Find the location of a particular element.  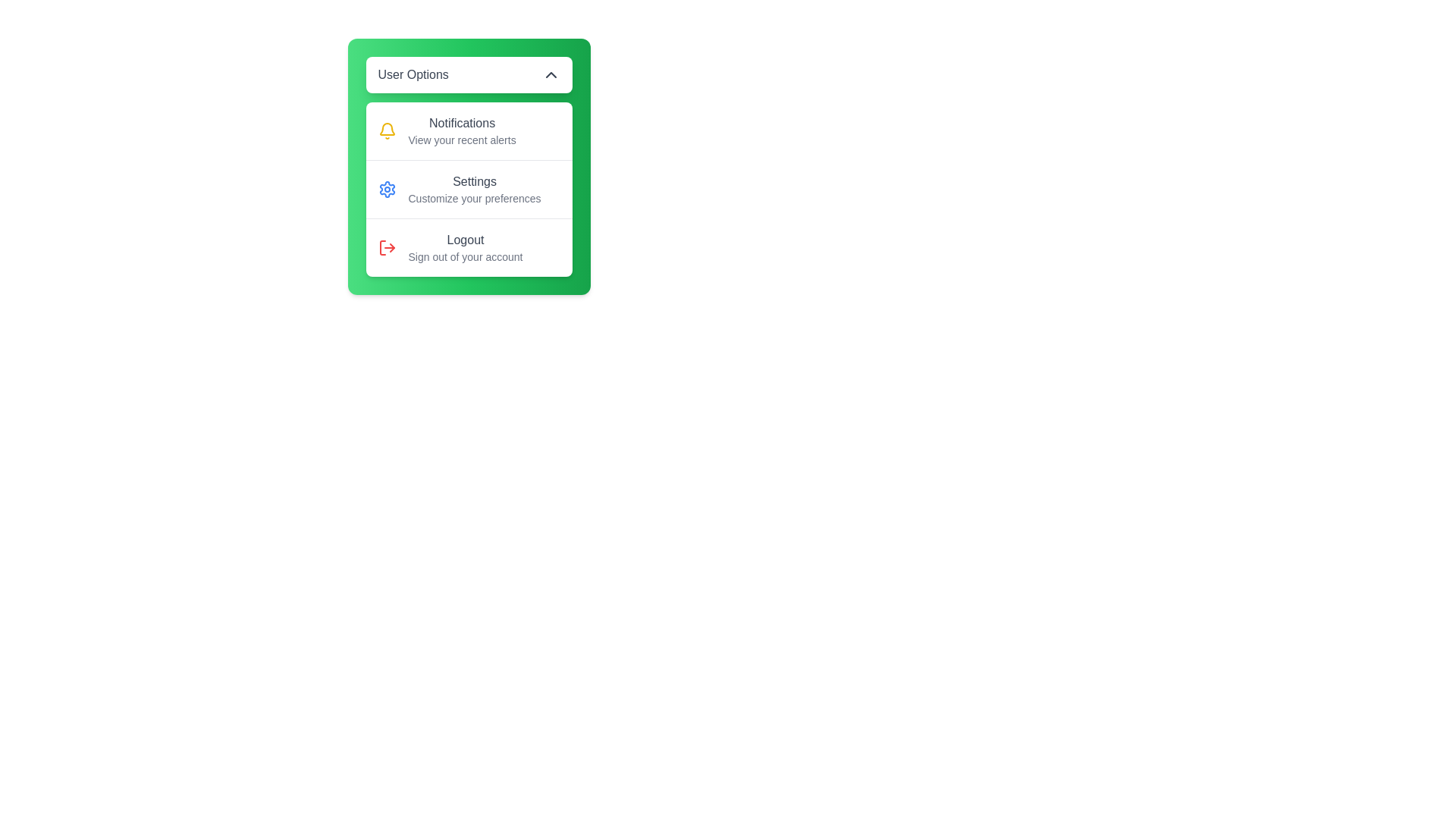

the 'User Options' Dropdown toggle button is located at coordinates (468, 75).